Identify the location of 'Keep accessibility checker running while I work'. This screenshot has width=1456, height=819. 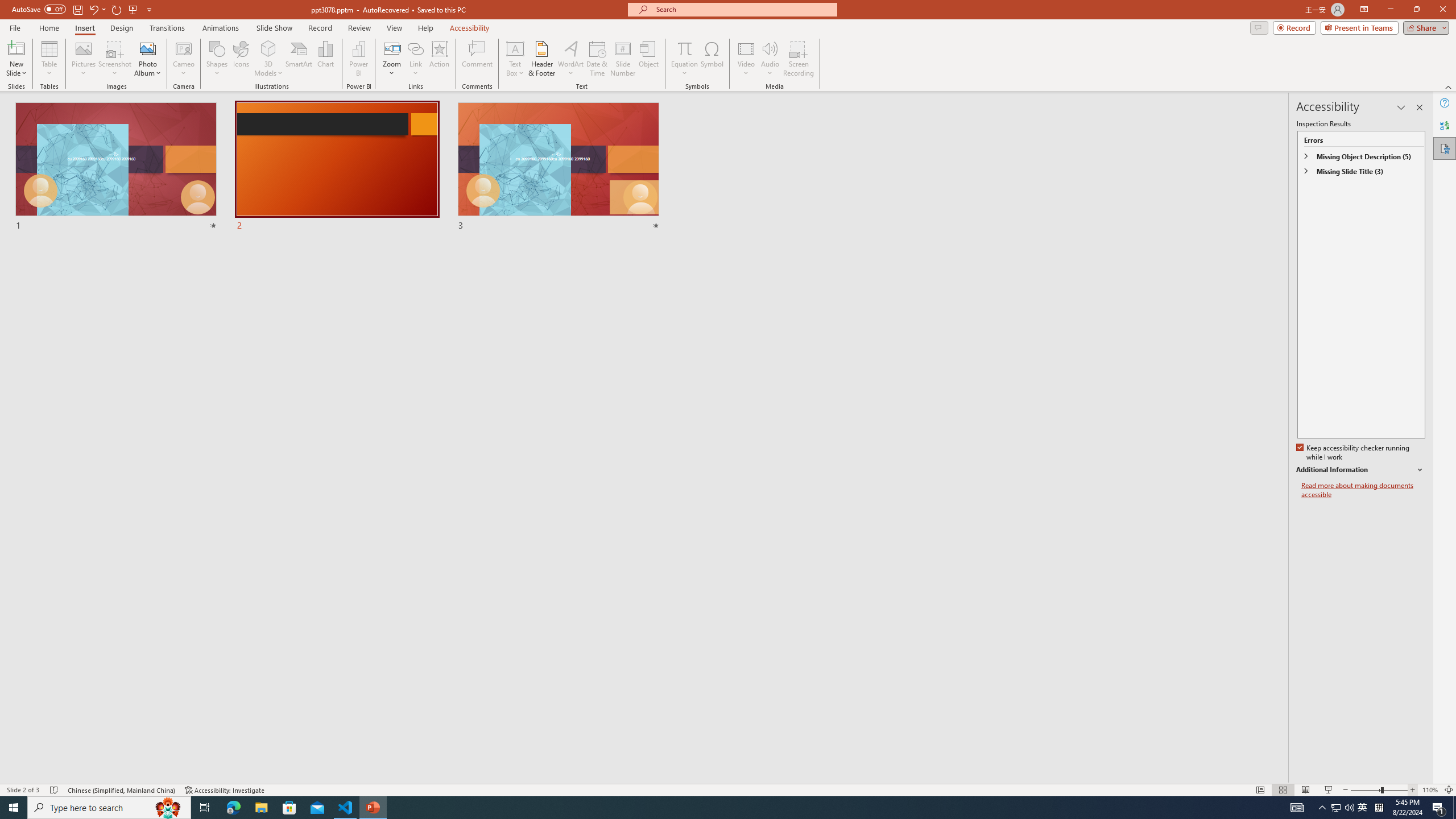
(1354, 453).